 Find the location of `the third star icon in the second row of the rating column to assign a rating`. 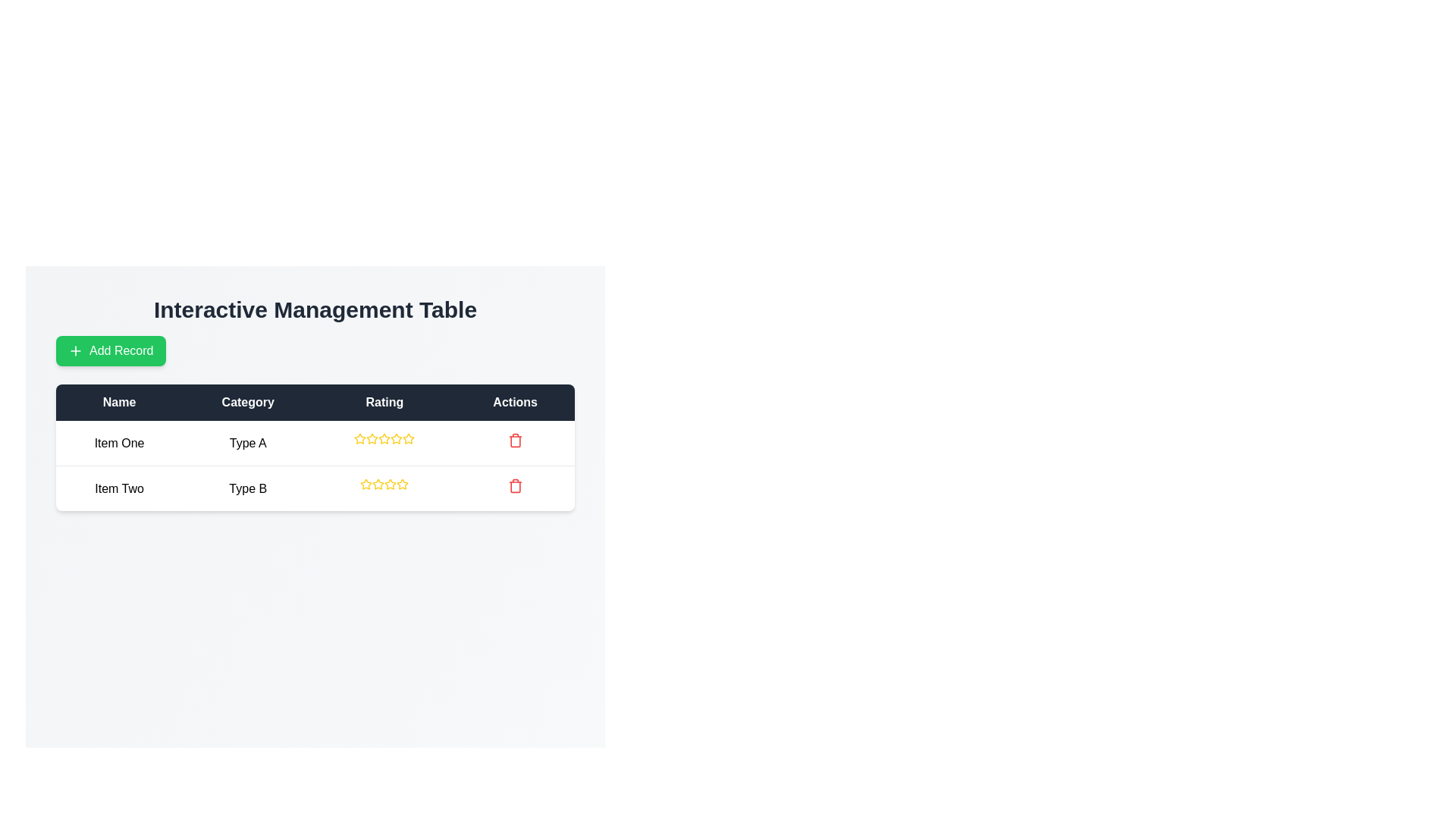

the third star icon in the second row of the rating column to assign a rating is located at coordinates (391, 484).